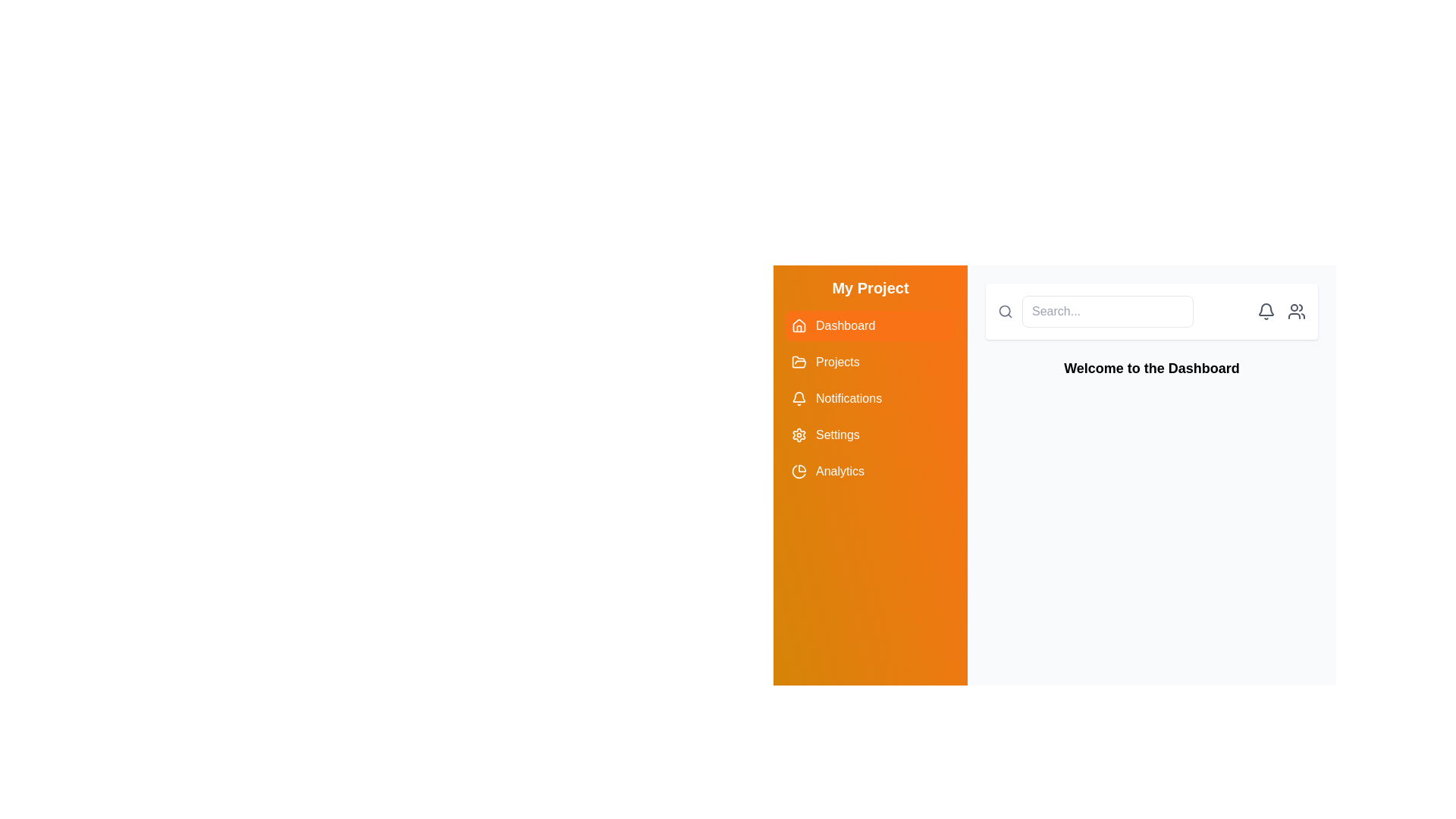  What do you see at coordinates (1151, 369) in the screenshot?
I see `the welcoming text label located centrally below the header area of the dashboard, which serves as an introductory message for users` at bounding box center [1151, 369].